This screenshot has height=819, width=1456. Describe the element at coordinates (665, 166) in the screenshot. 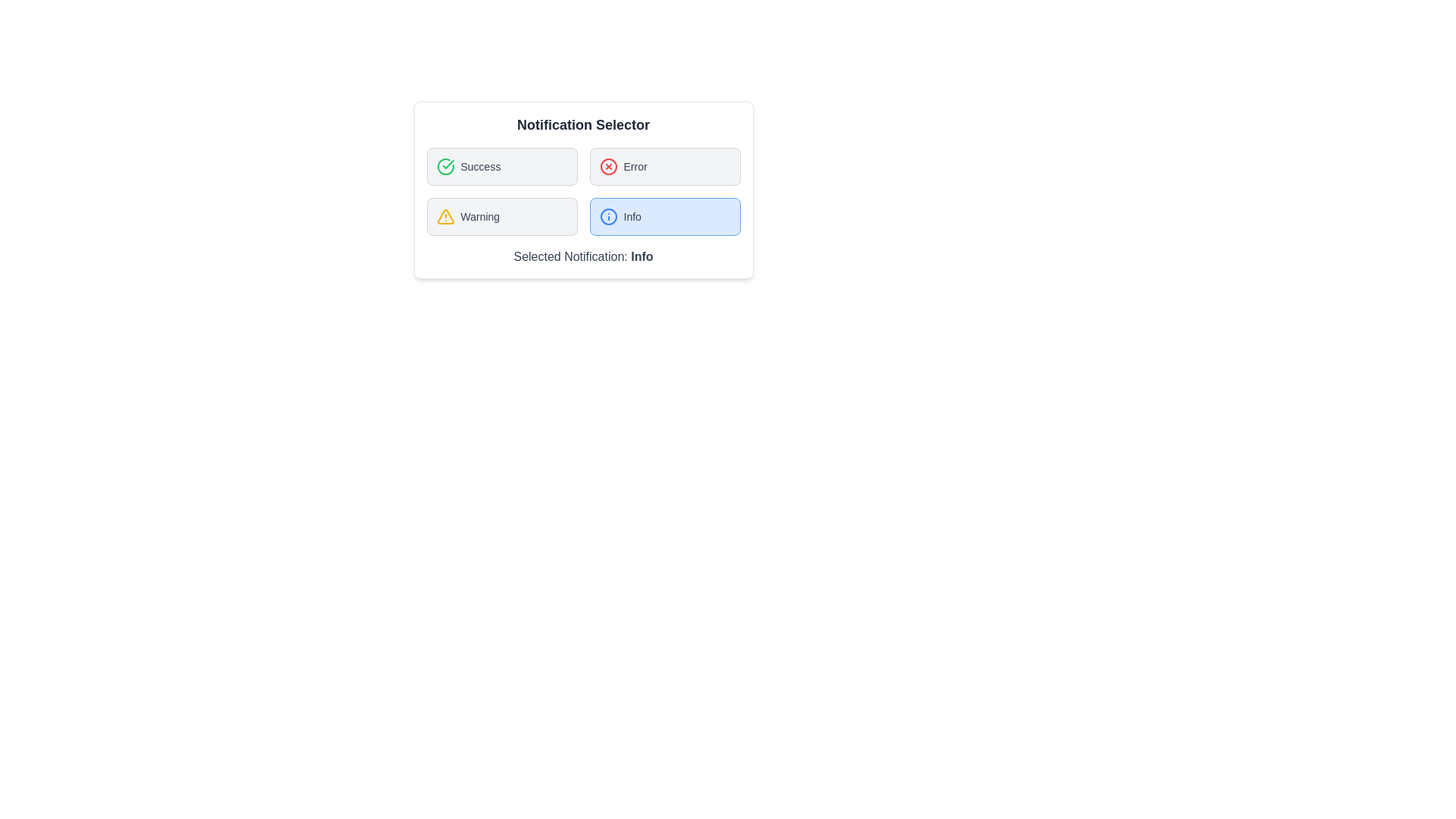

I see `the notification type Error by clicking its corresponding button` at that location.